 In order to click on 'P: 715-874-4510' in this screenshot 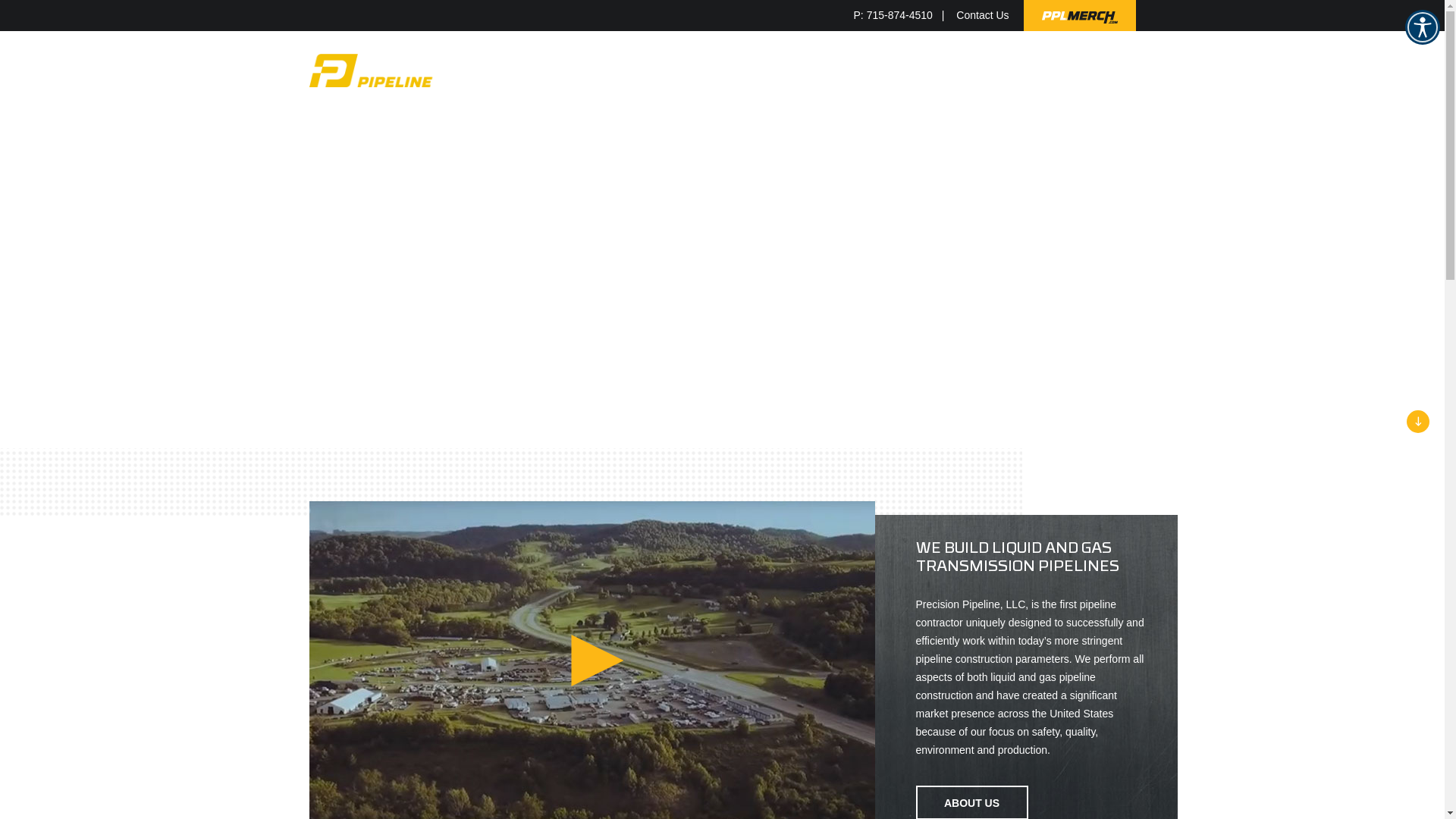, I will do `click(903, 15)`.